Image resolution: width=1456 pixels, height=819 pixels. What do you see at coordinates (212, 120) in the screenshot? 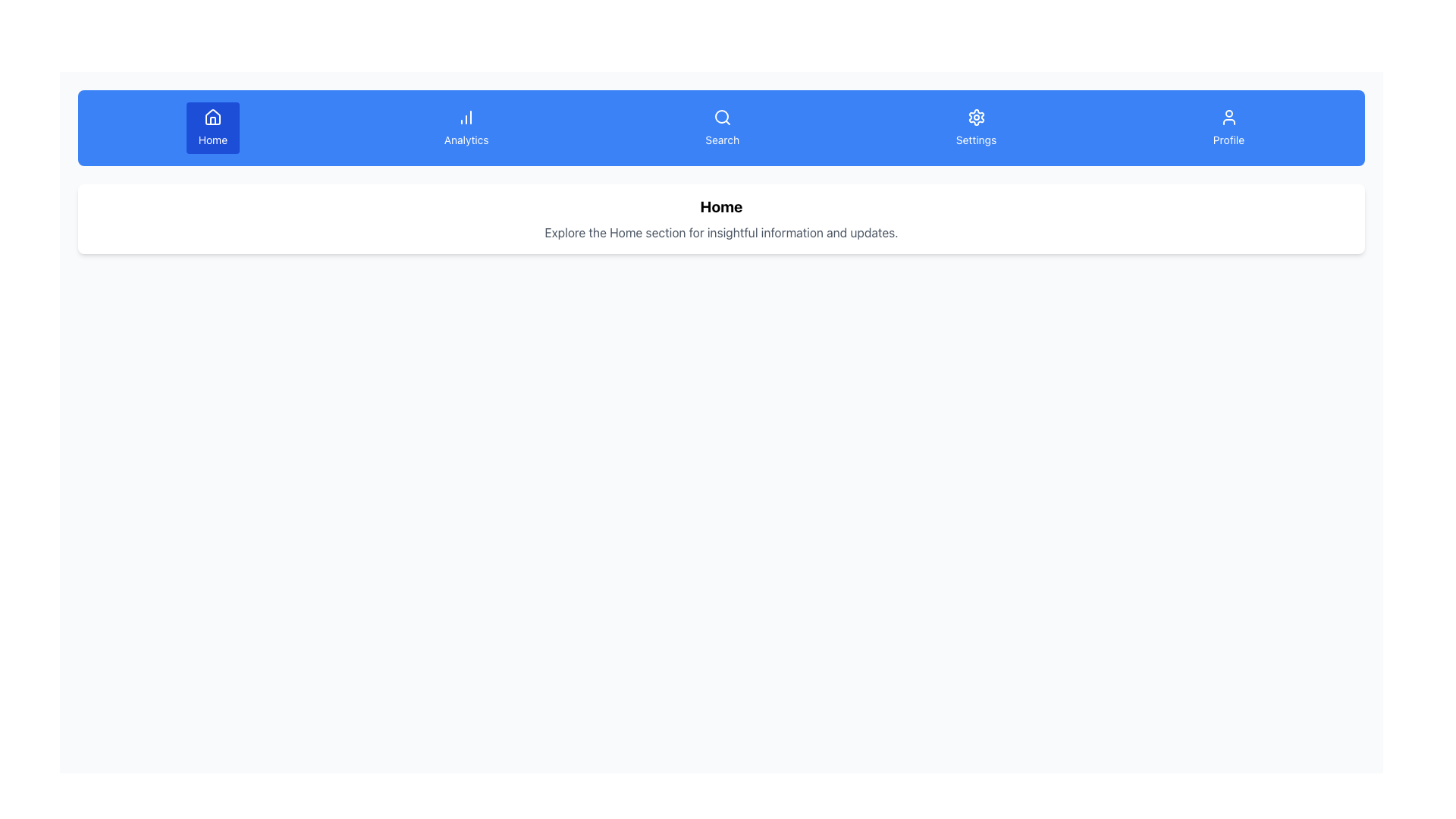
I see `the 'Home' icon in the navigation bar, which is represented by a square button with a blue background and a 'Home' label below it` at bounding box center [212, 120].